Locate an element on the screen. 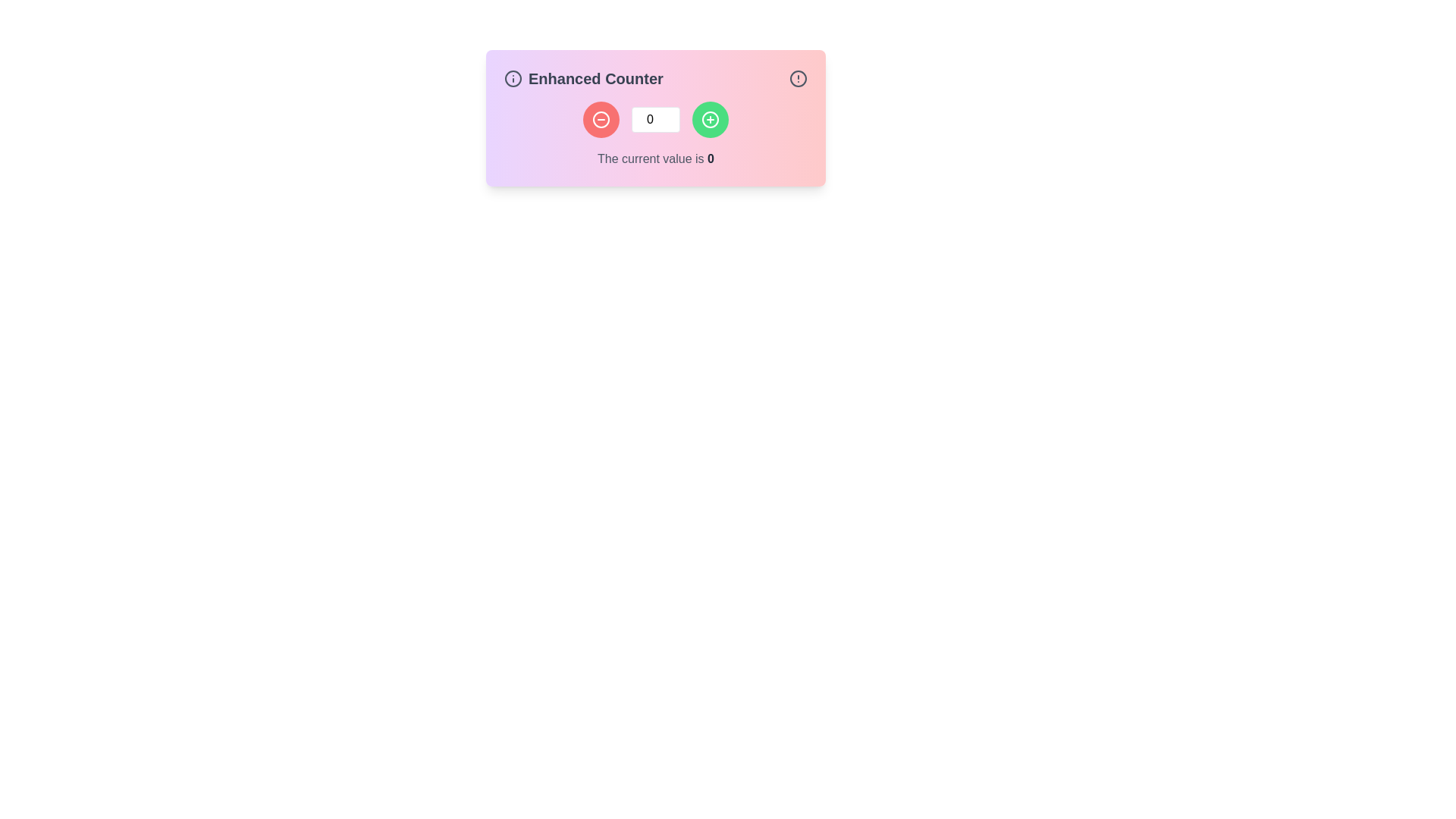 The width and height of the screenshot is (1456, 819). the text label that states 'The current value is 0', which is styled in gray and located below the numeric input field is located at coordinates (655, 158).